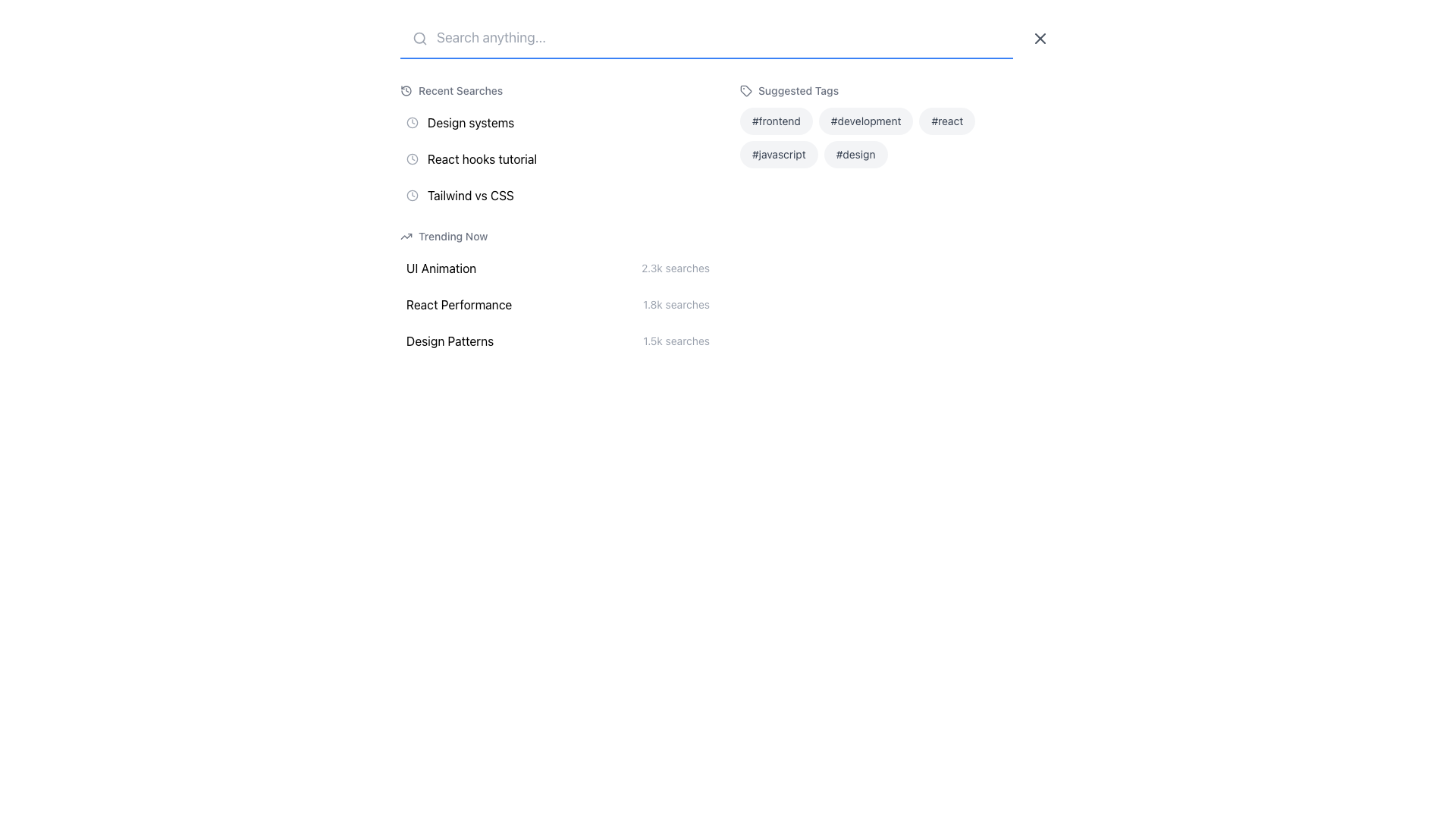 The width and height of the screenshot is (1456, 819). I want to click on the 'React Performance' button in the 'Trending Now' list to activate the hover effect, so click(557, 304).